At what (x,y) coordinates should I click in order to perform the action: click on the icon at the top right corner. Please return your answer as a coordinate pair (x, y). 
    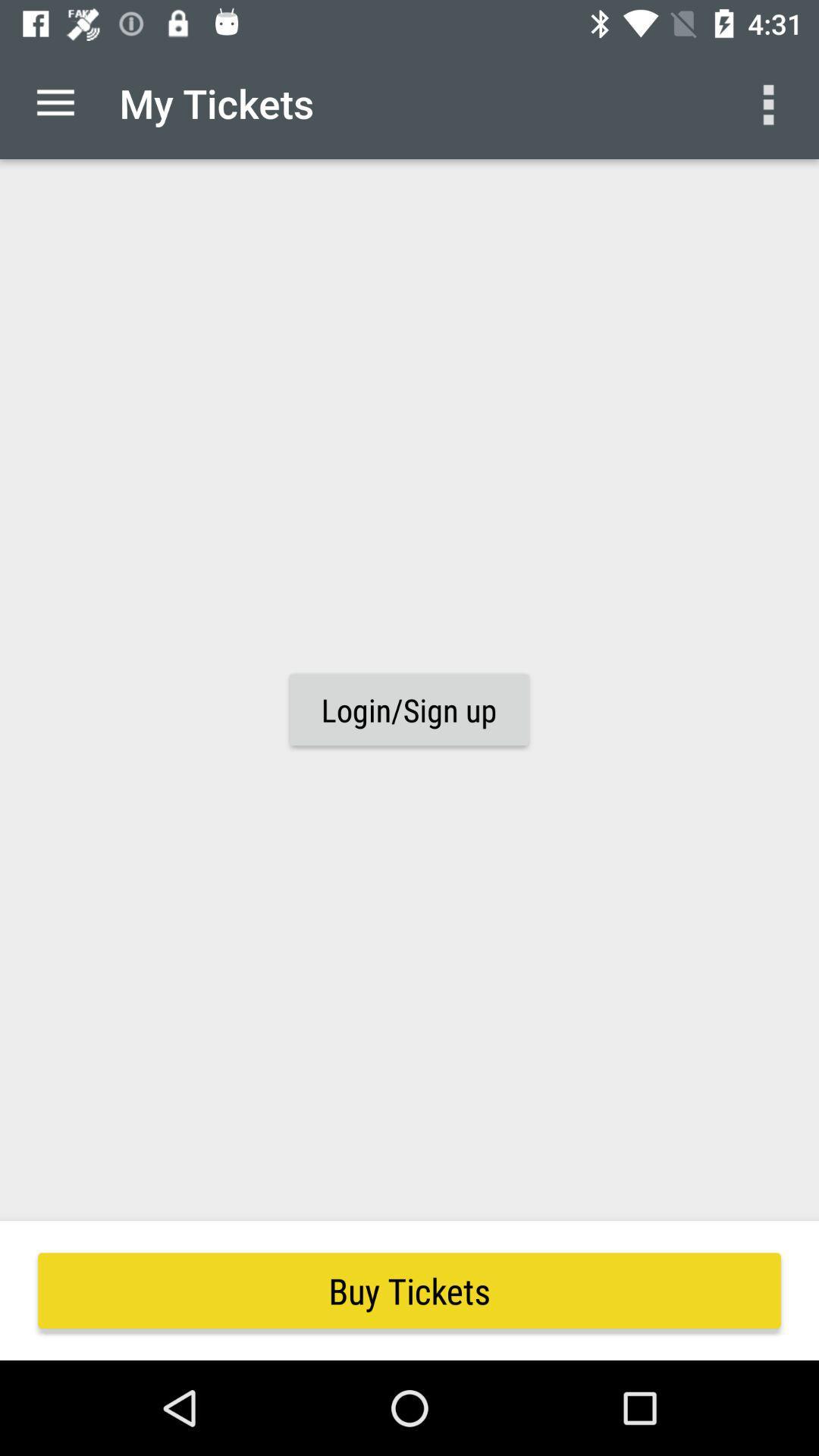
    Looking at the image, I should click on (771, 102).